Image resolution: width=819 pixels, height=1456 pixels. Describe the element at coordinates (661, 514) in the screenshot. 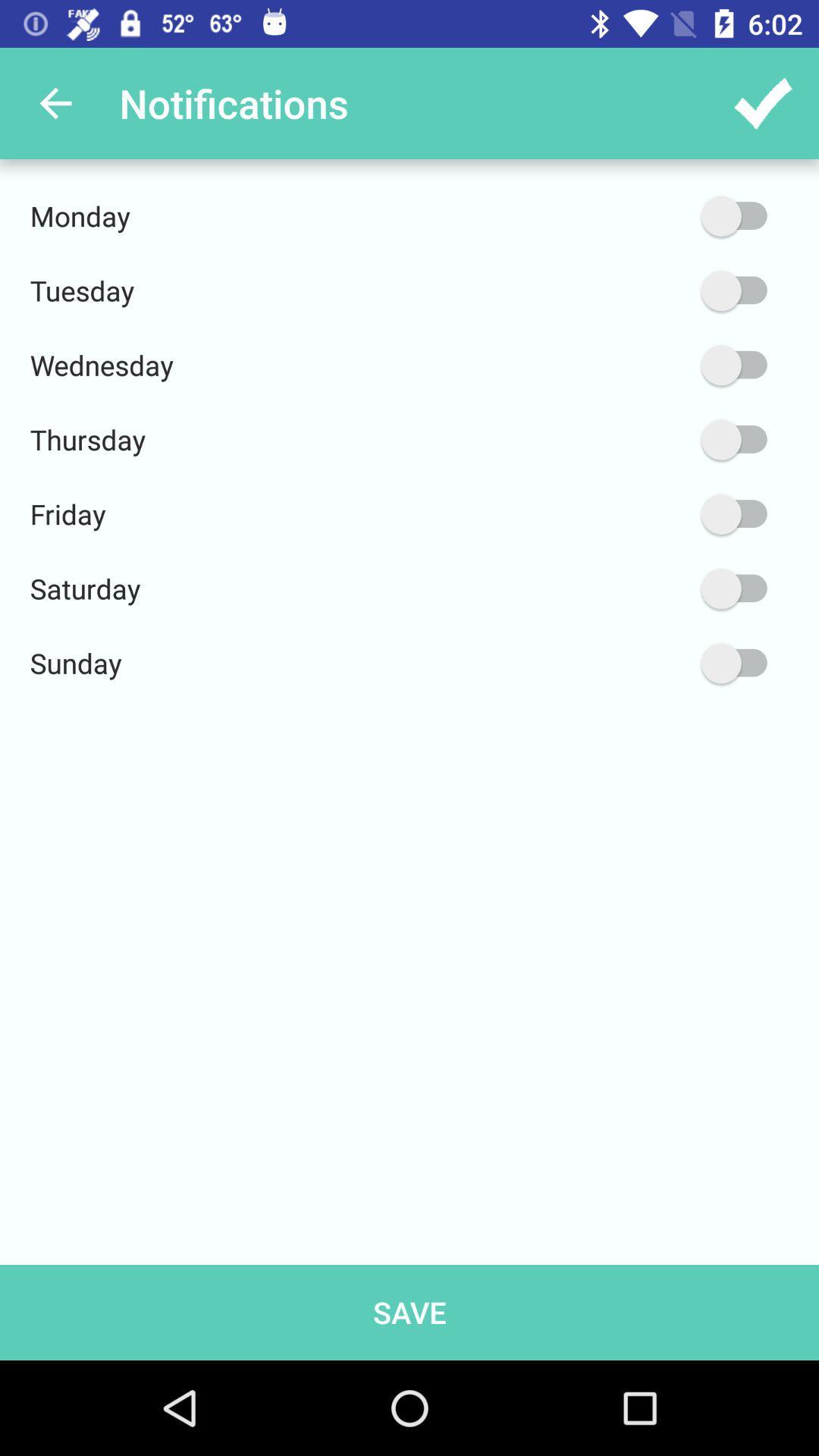

I see `notification option` at that location.